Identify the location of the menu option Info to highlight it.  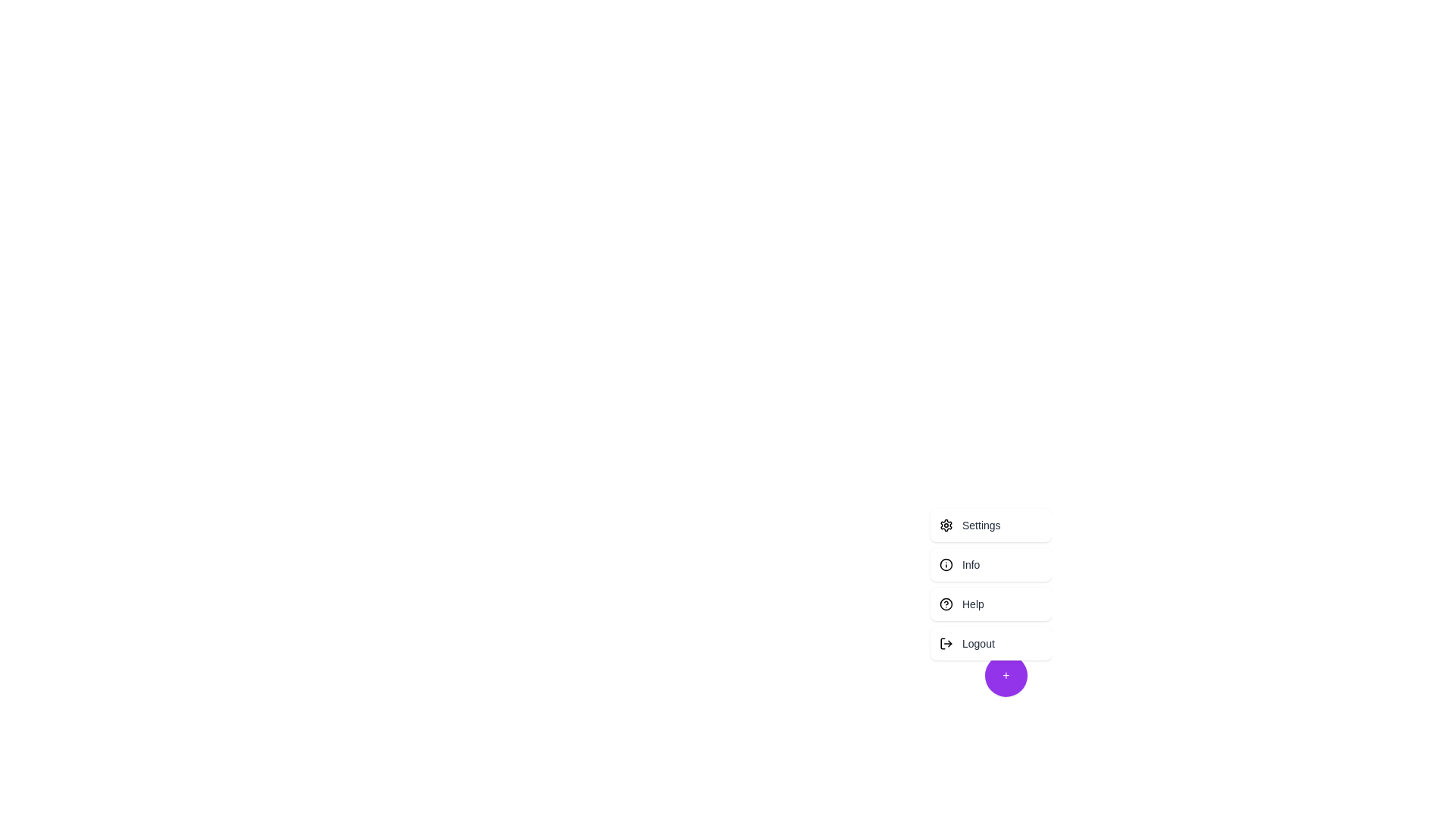
(990, 564).